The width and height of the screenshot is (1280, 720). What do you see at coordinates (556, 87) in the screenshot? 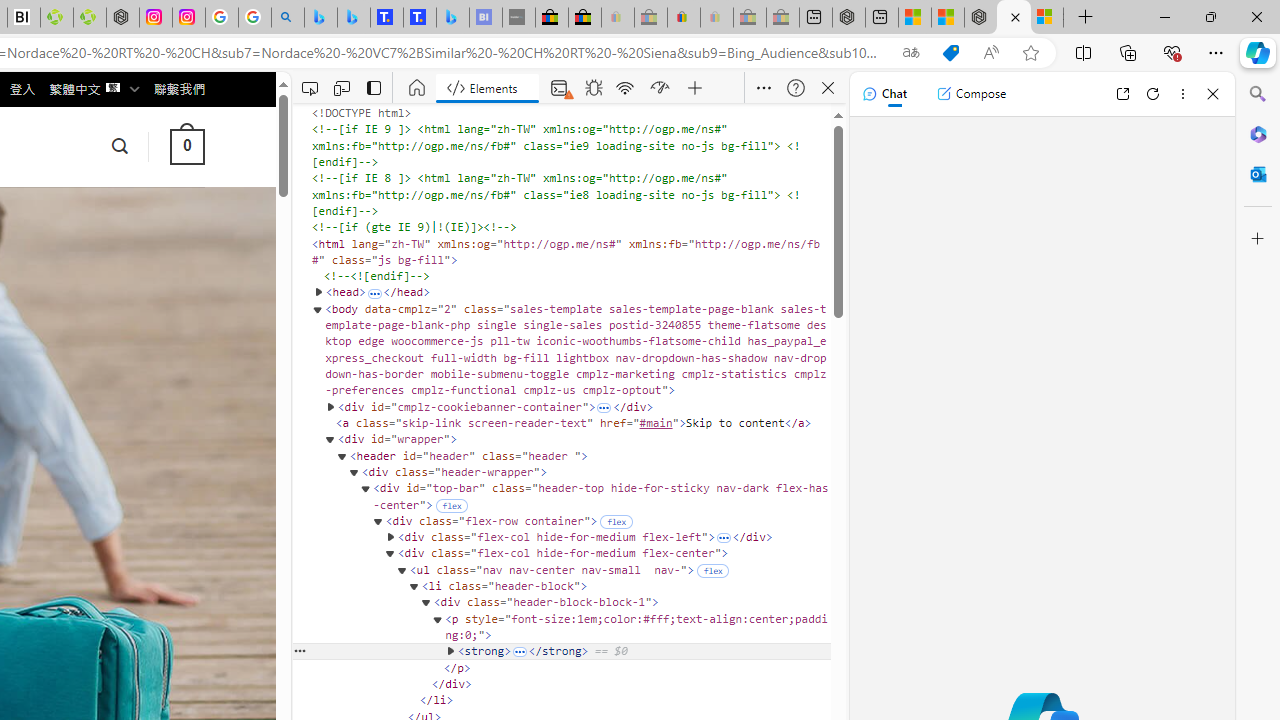
I see `'Console warnings present.'` at bounding box center [556, 87].